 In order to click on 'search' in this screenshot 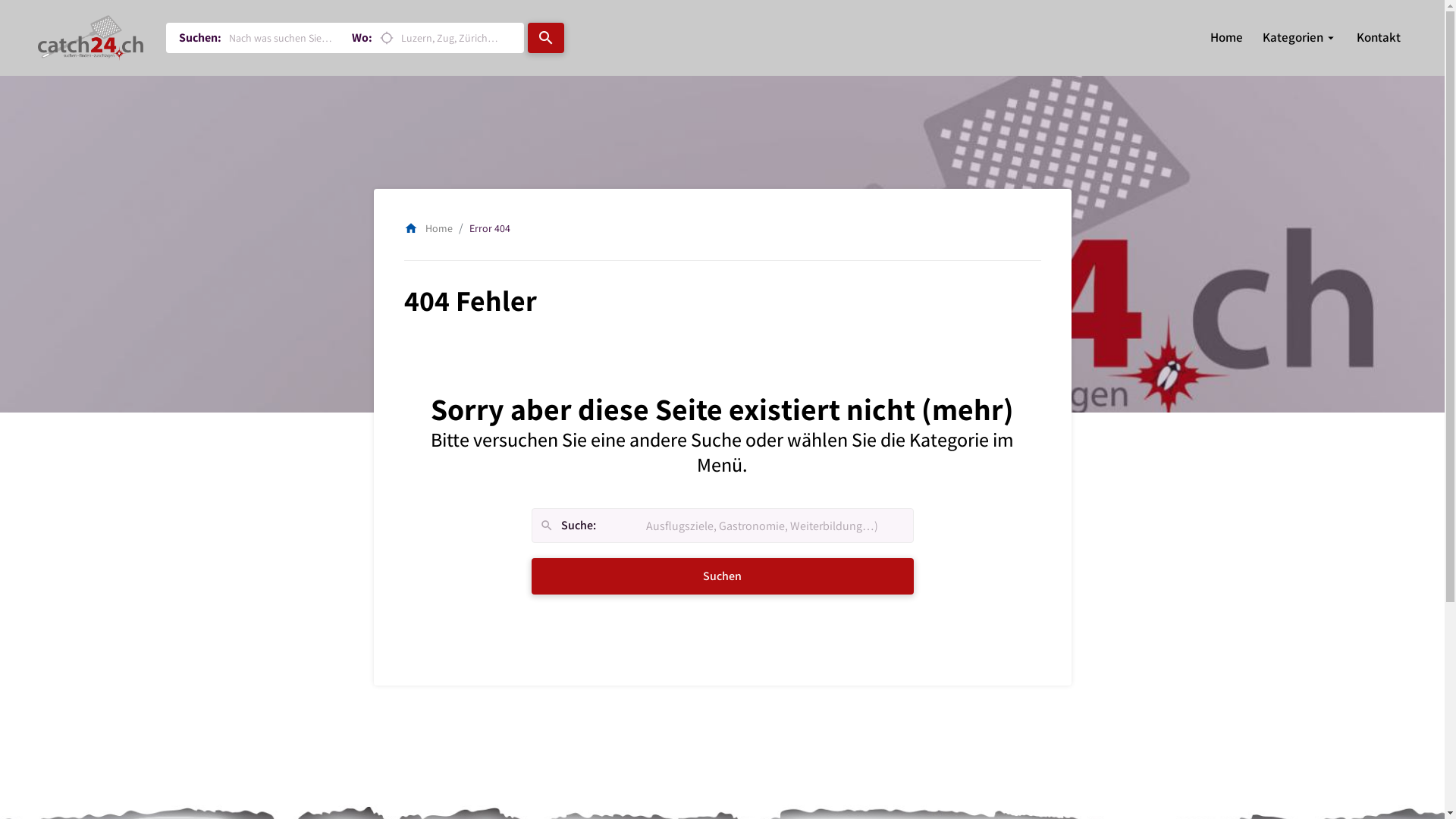, I will do `click(546, 37)`.